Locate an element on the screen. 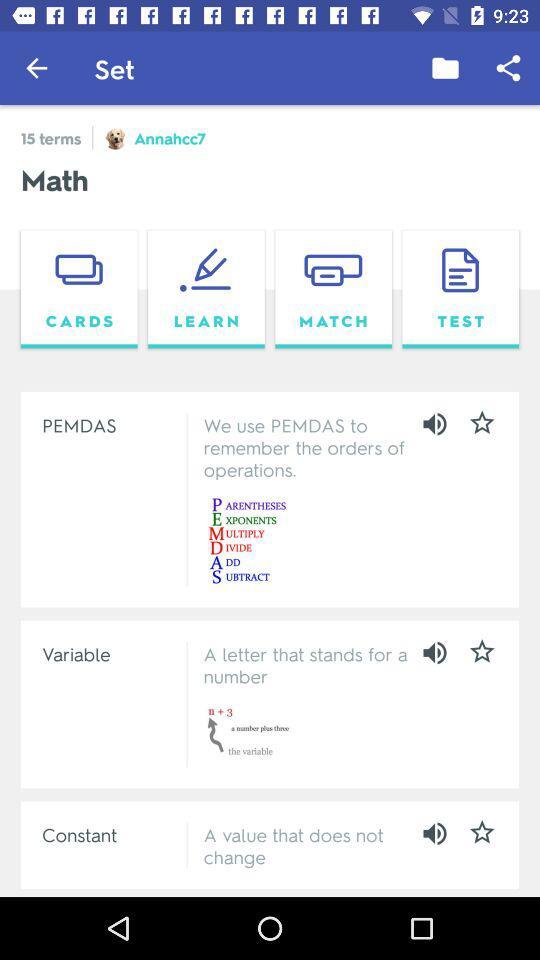 This screenshot has height=960, width=540. item above the math icon is located at coordinates (445, 68).